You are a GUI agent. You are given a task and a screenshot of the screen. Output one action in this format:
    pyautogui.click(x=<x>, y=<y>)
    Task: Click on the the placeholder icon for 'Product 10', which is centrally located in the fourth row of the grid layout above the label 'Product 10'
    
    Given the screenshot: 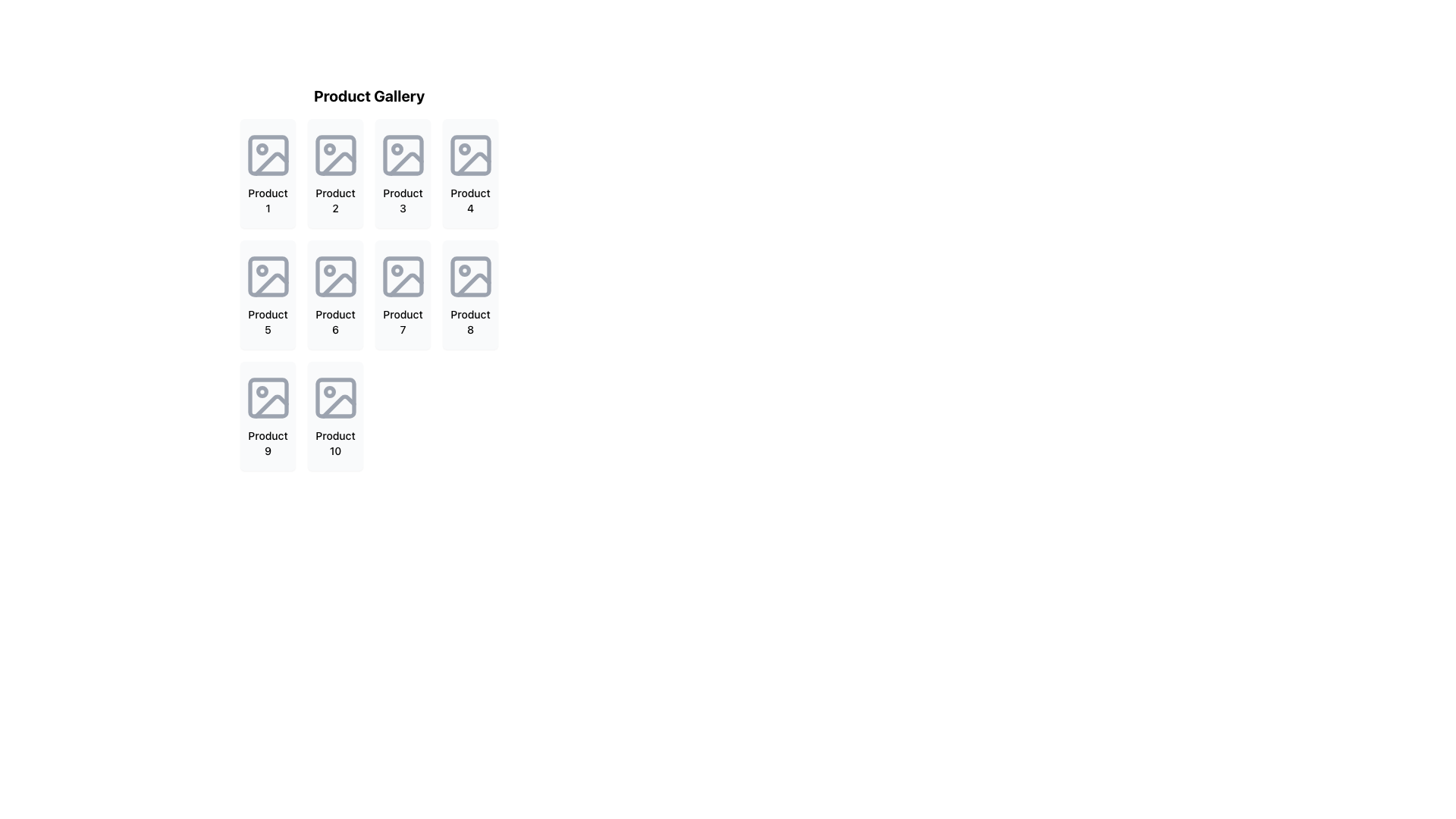 What is the action you would take?
    pyautogui.click(x=334, y=397)
    